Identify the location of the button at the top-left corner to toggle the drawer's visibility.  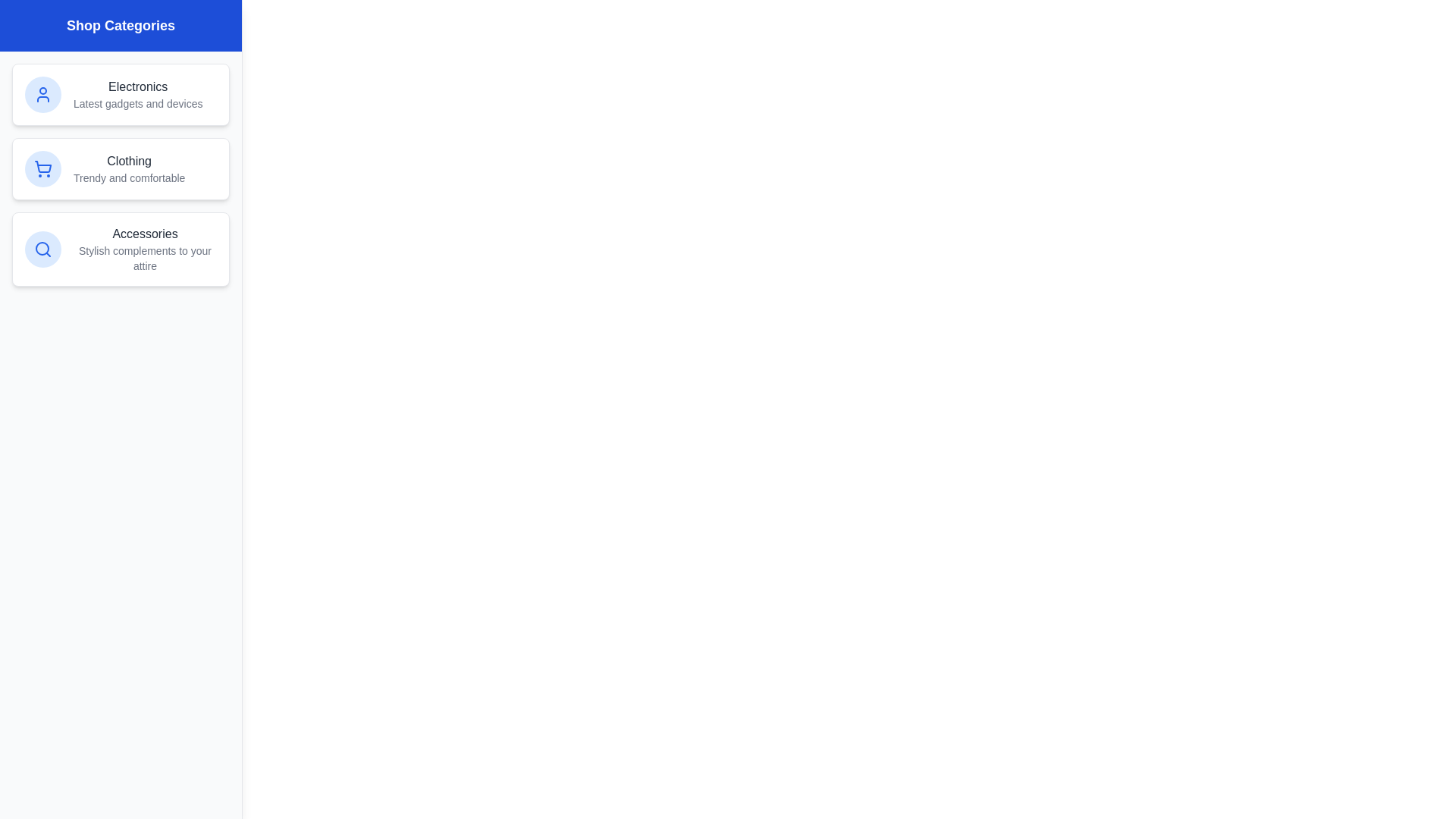
(33, 33).